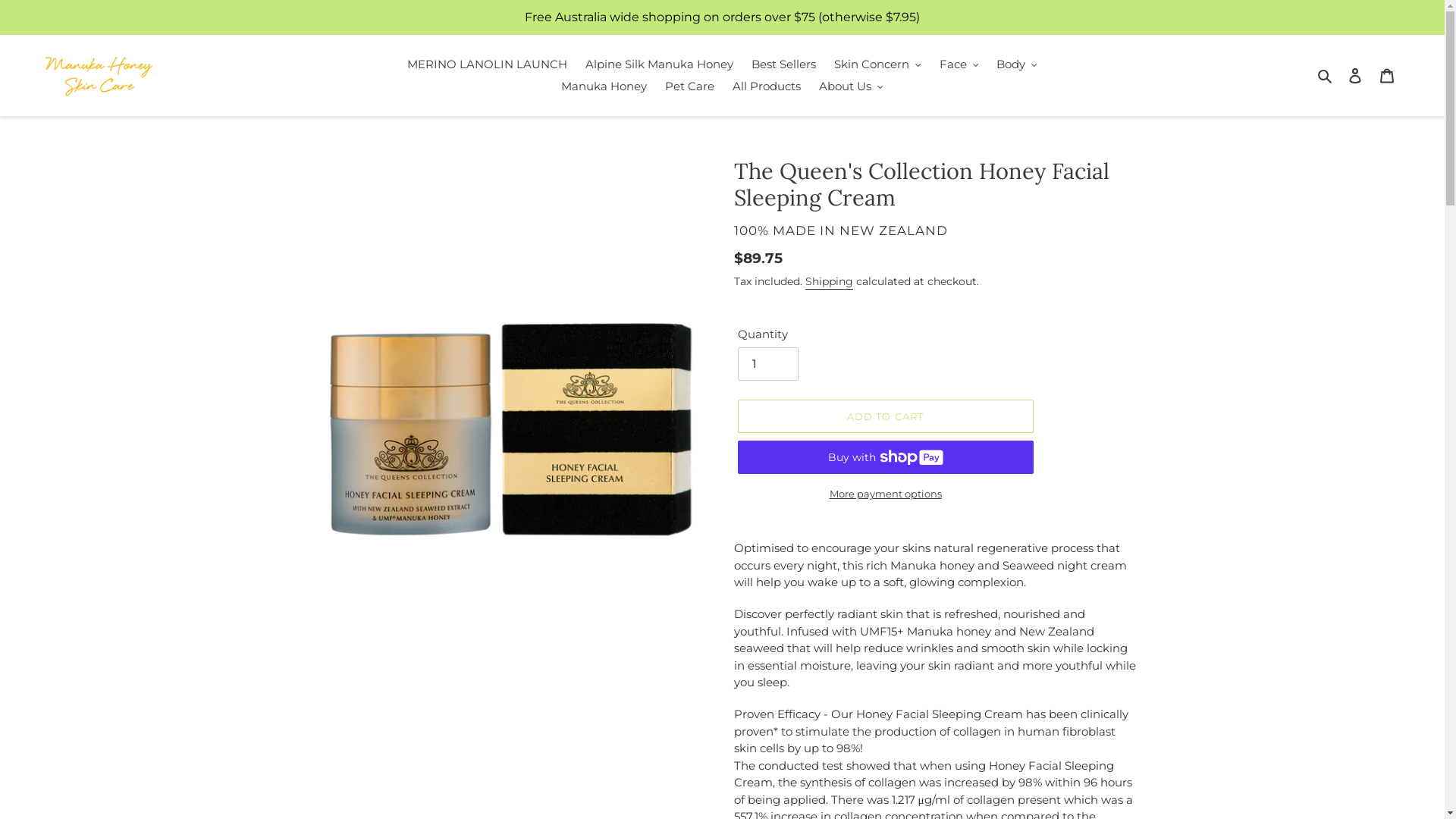  Describe the element at coordinates (1371, 75) in the screenshot. I see `'Cart'` at that location.